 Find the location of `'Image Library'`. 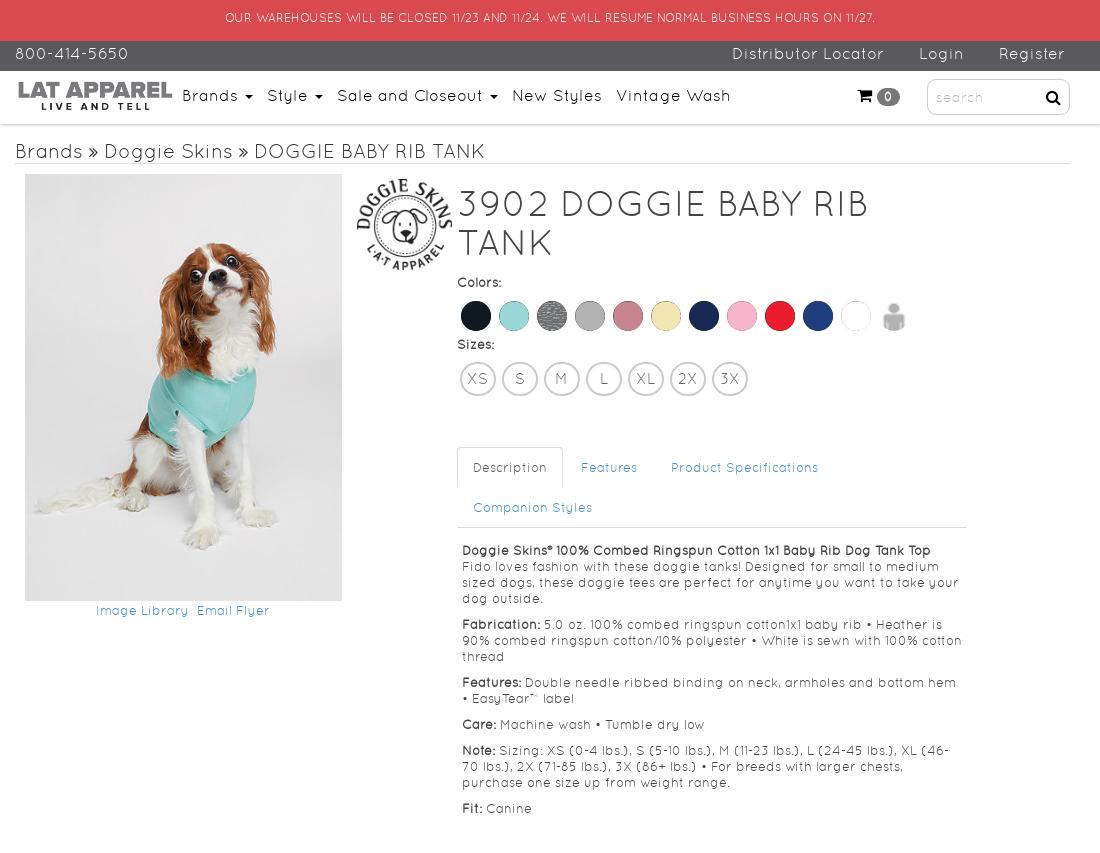

'Image Library' is located at coordinates (96, 609).